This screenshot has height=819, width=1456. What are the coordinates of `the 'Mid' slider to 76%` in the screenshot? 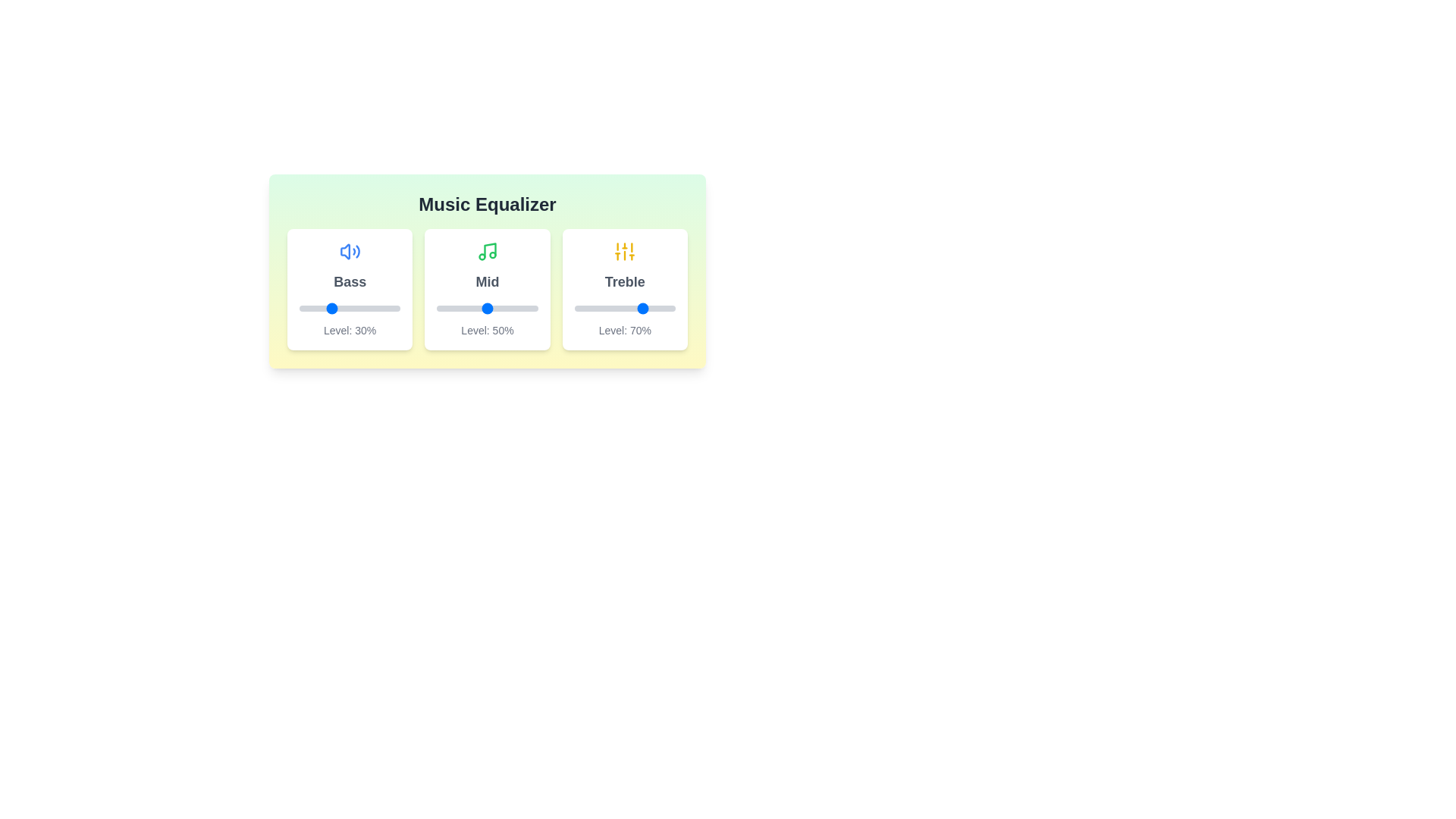 It's located at (513, 308).